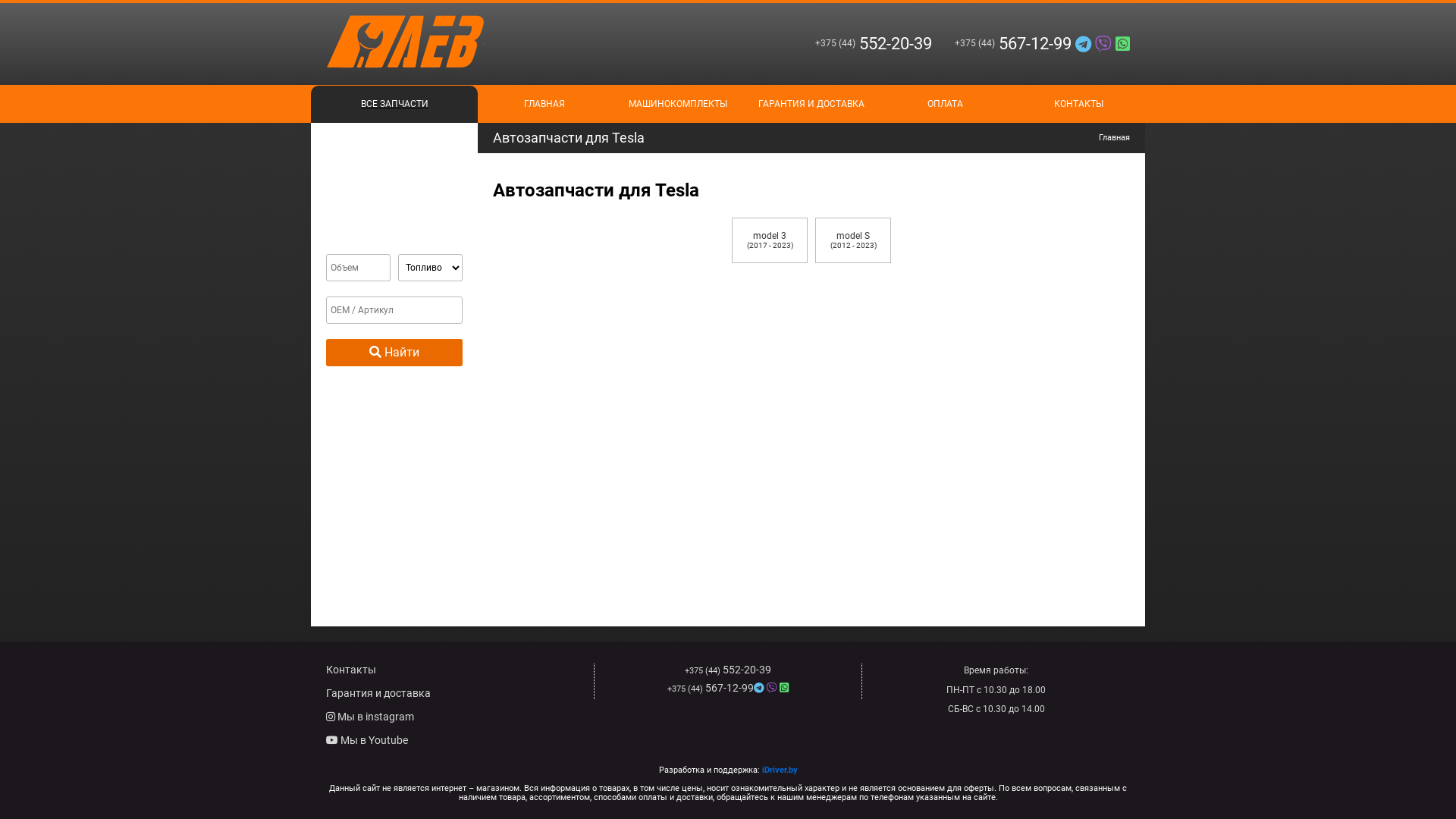 This screenshot has height=819, width=1456. What do you see at coordinates (1031, 42) in the screenshot?
I see `'+375 (44)` at bounding box center [1031, 42].